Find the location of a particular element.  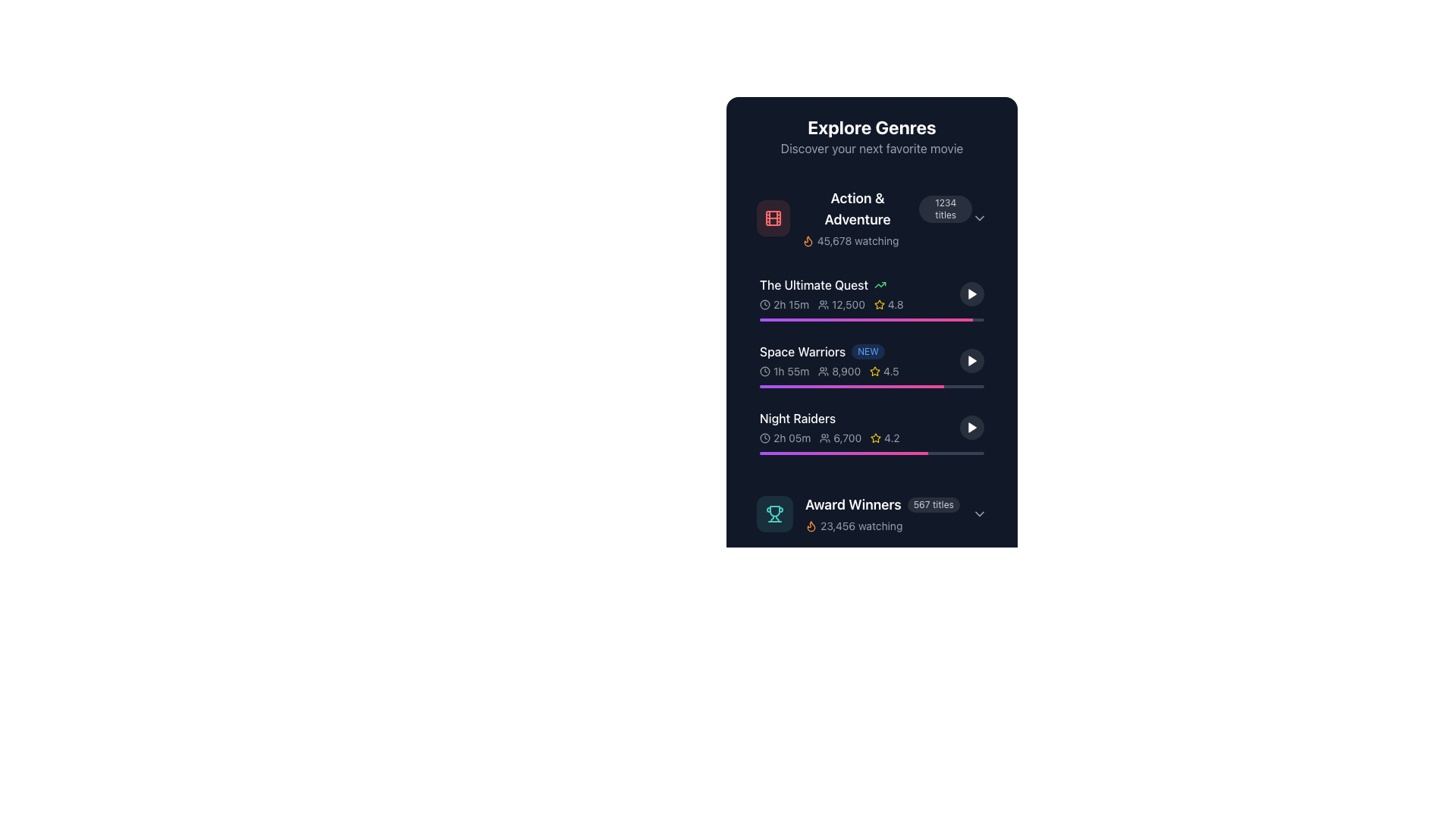

the small triangular play button located in the rightmost area of the row for the movie entry labeled 'Space Warriors' is located at coordinates (972, 360).